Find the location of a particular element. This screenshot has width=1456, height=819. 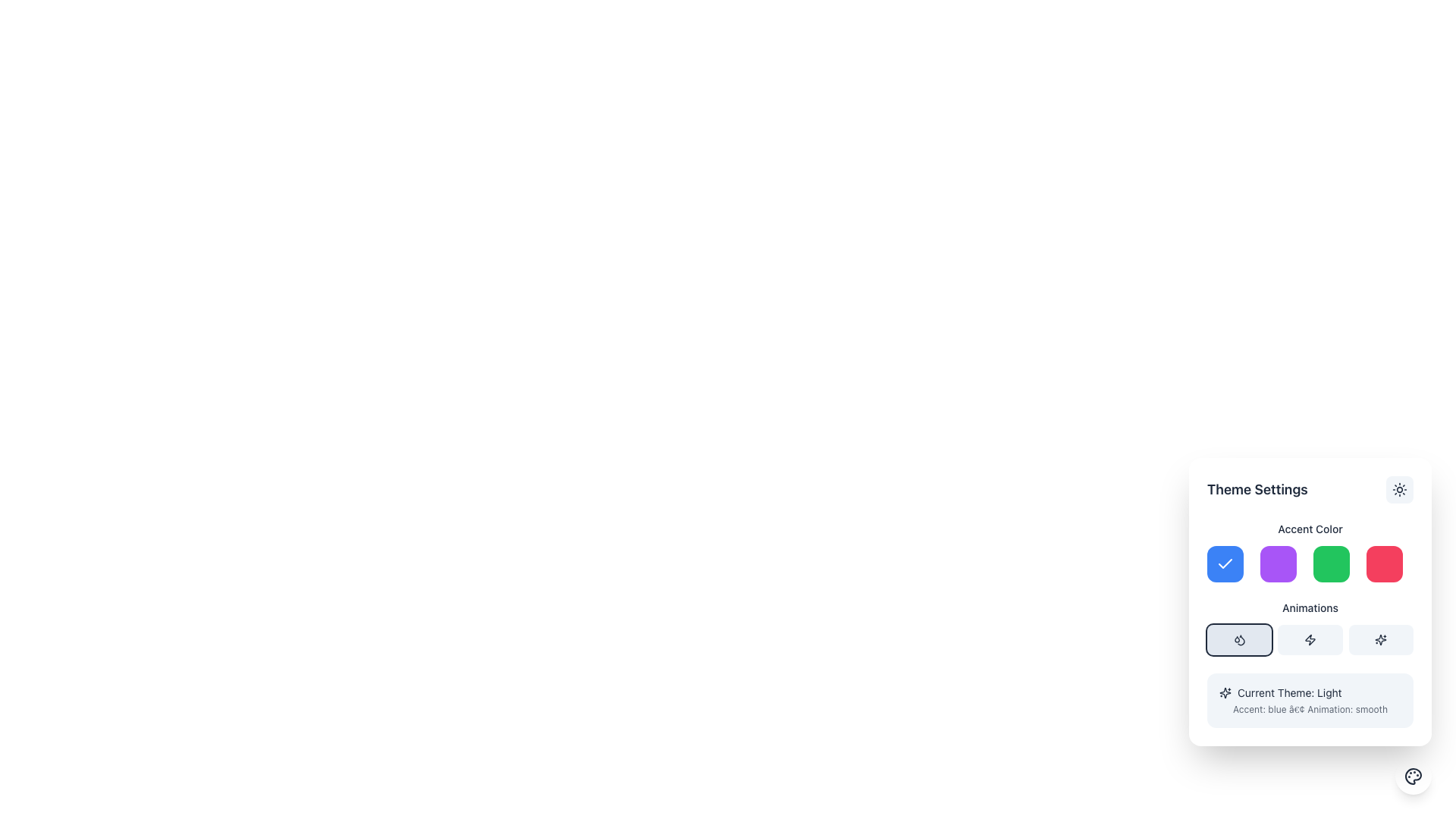

the descriptive Text label for the color selection section in the Theme Settings panel is located at coordinates (1310, 529).